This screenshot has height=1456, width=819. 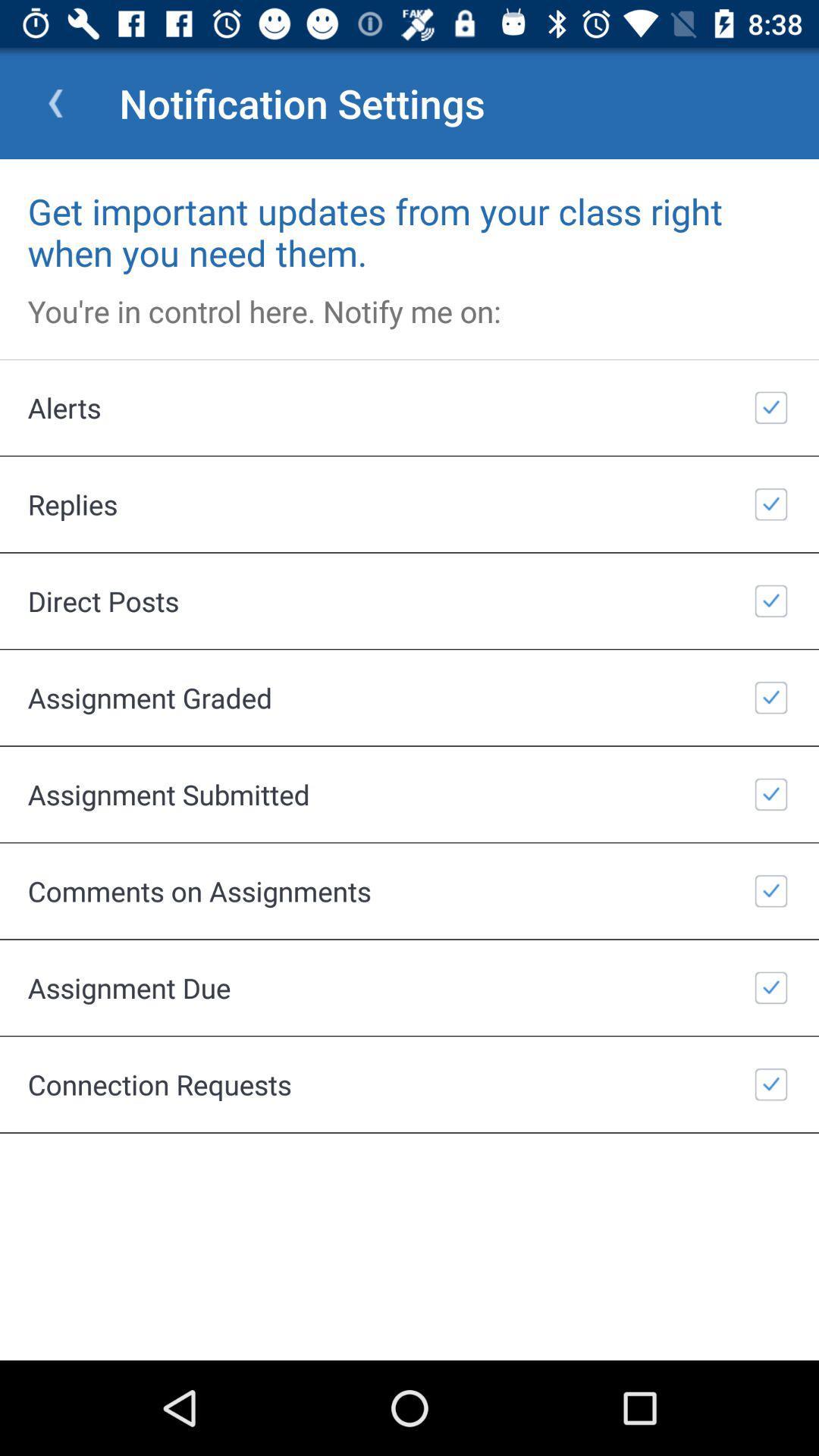 I want to click on the item below the direct posts icon, so click(x=409, y=697).